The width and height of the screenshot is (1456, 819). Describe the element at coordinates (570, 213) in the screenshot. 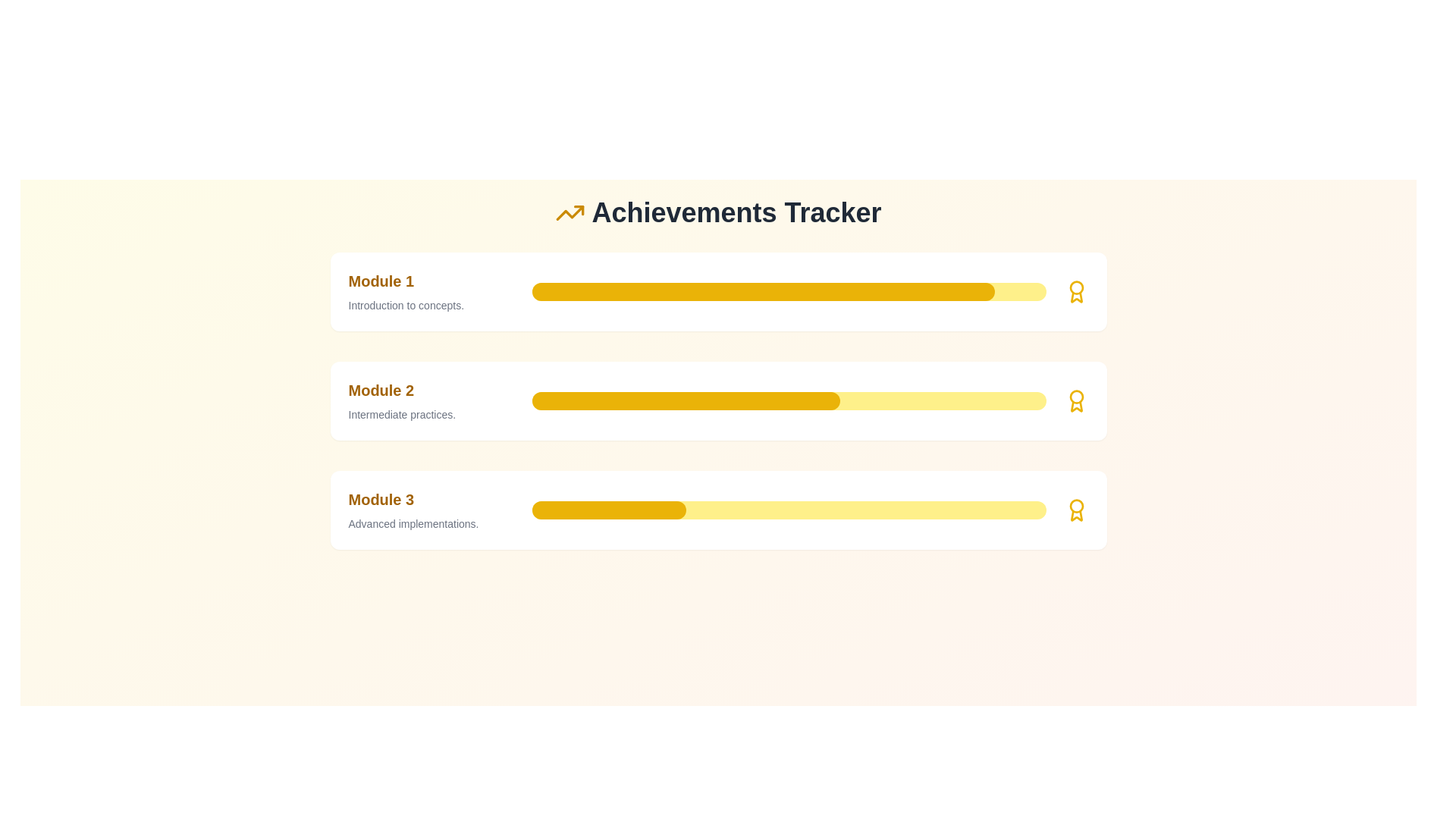

I see `the upward trending icon located to the left of the 'Achievements Tracker' heading, symbolizing growth and improvement` at that location.